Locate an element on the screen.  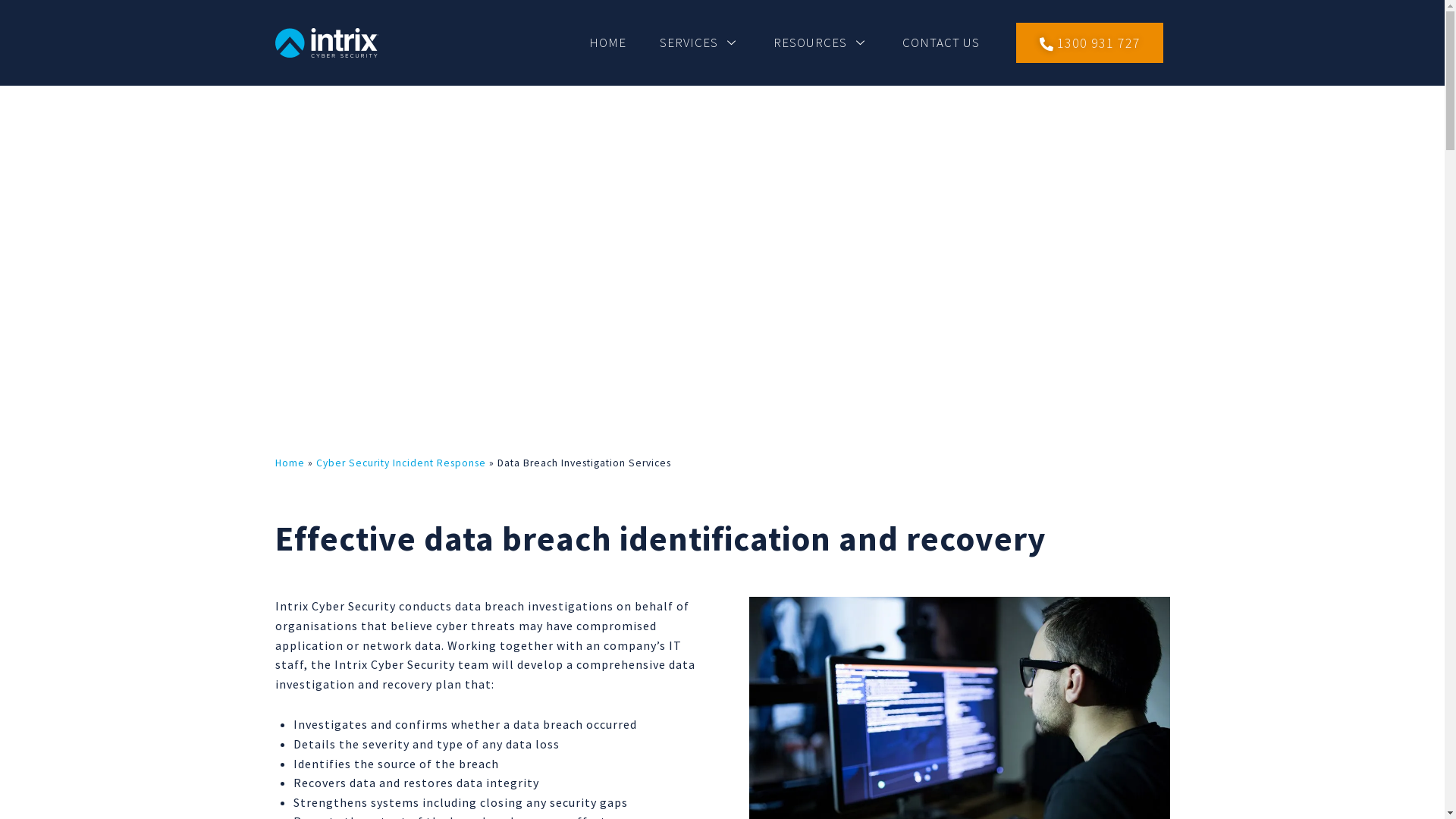
'Home' is located at coordinates (289, 462).